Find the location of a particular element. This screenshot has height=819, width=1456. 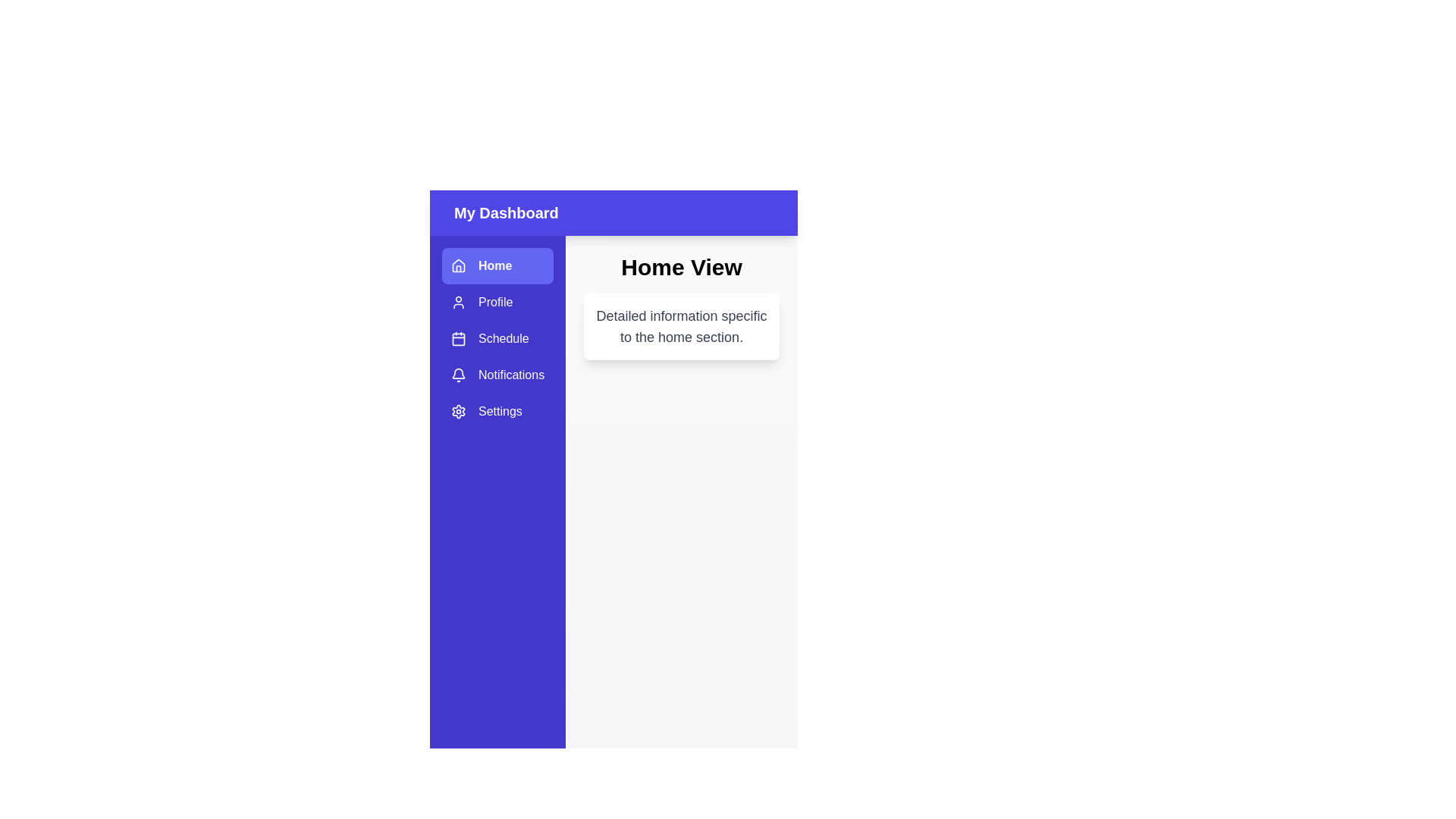

the tab Schedule in the sidebar menu is located at coordinates (497, 338).